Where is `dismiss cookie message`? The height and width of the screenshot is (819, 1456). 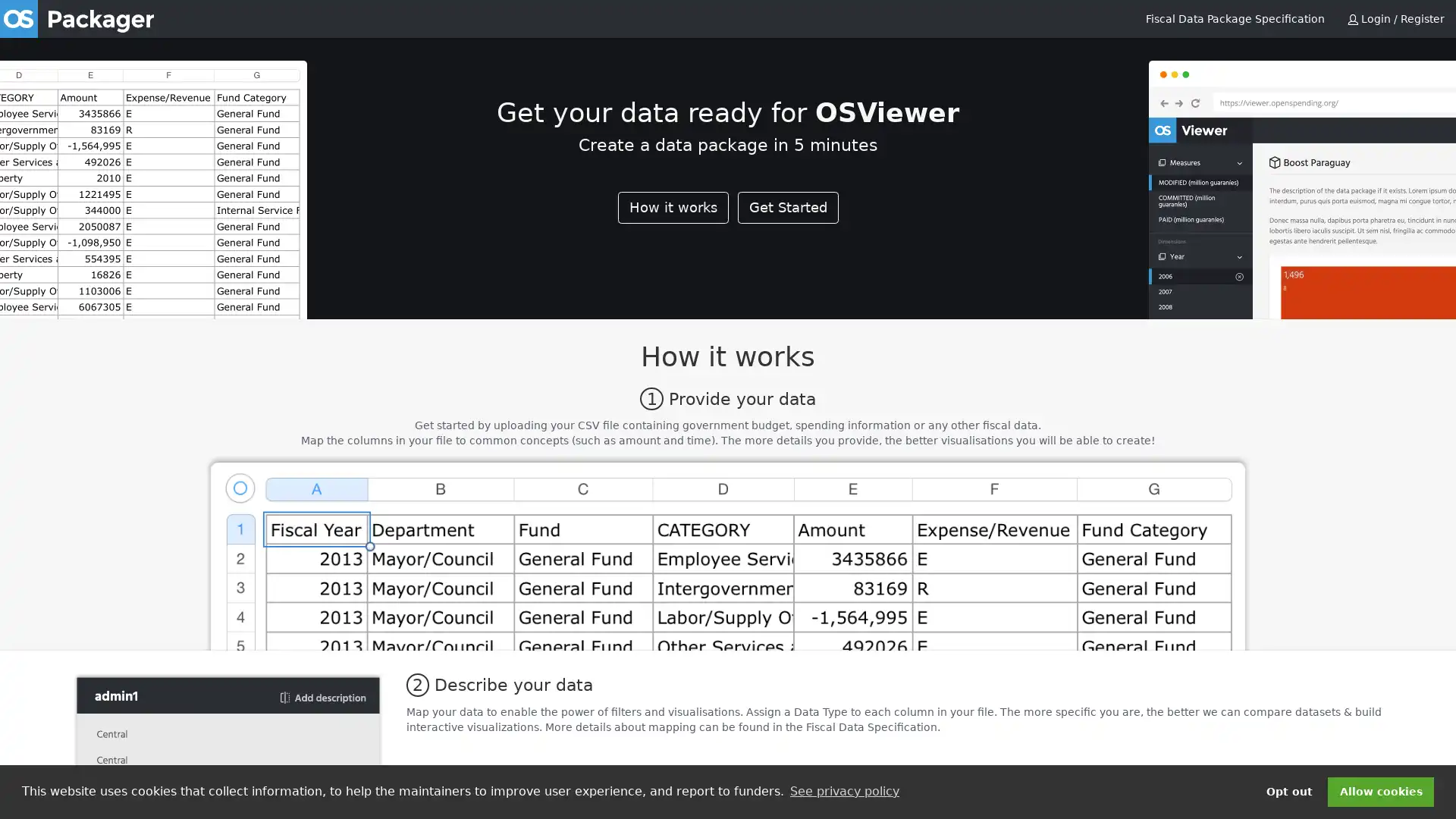
dismiss cookie message is located at coordinates (1380, 791).